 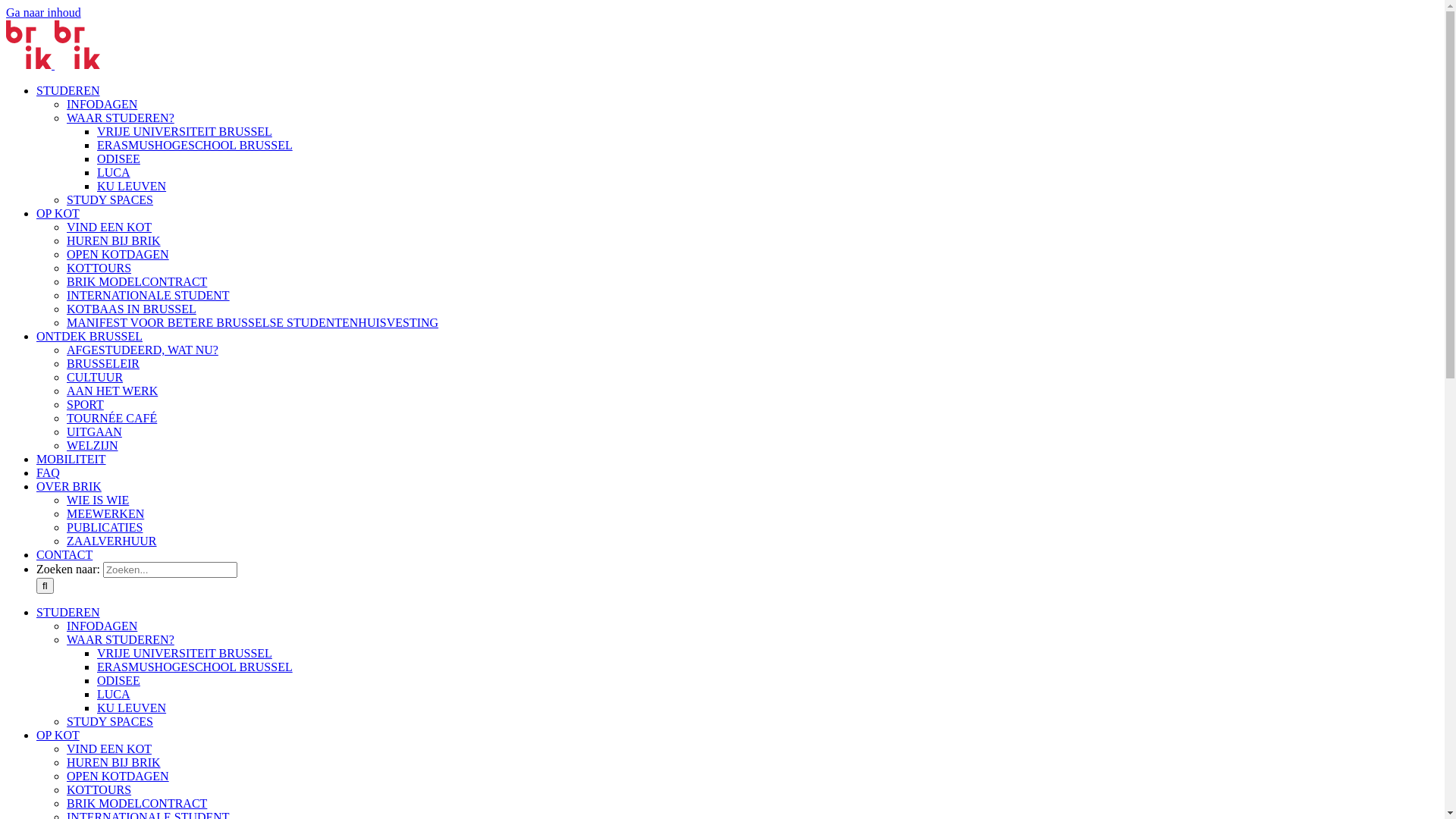 What do you see at coordinates (101, 626) in the screenshot?
I see `'INFODAGEN'` at bounding box center [101, 626].